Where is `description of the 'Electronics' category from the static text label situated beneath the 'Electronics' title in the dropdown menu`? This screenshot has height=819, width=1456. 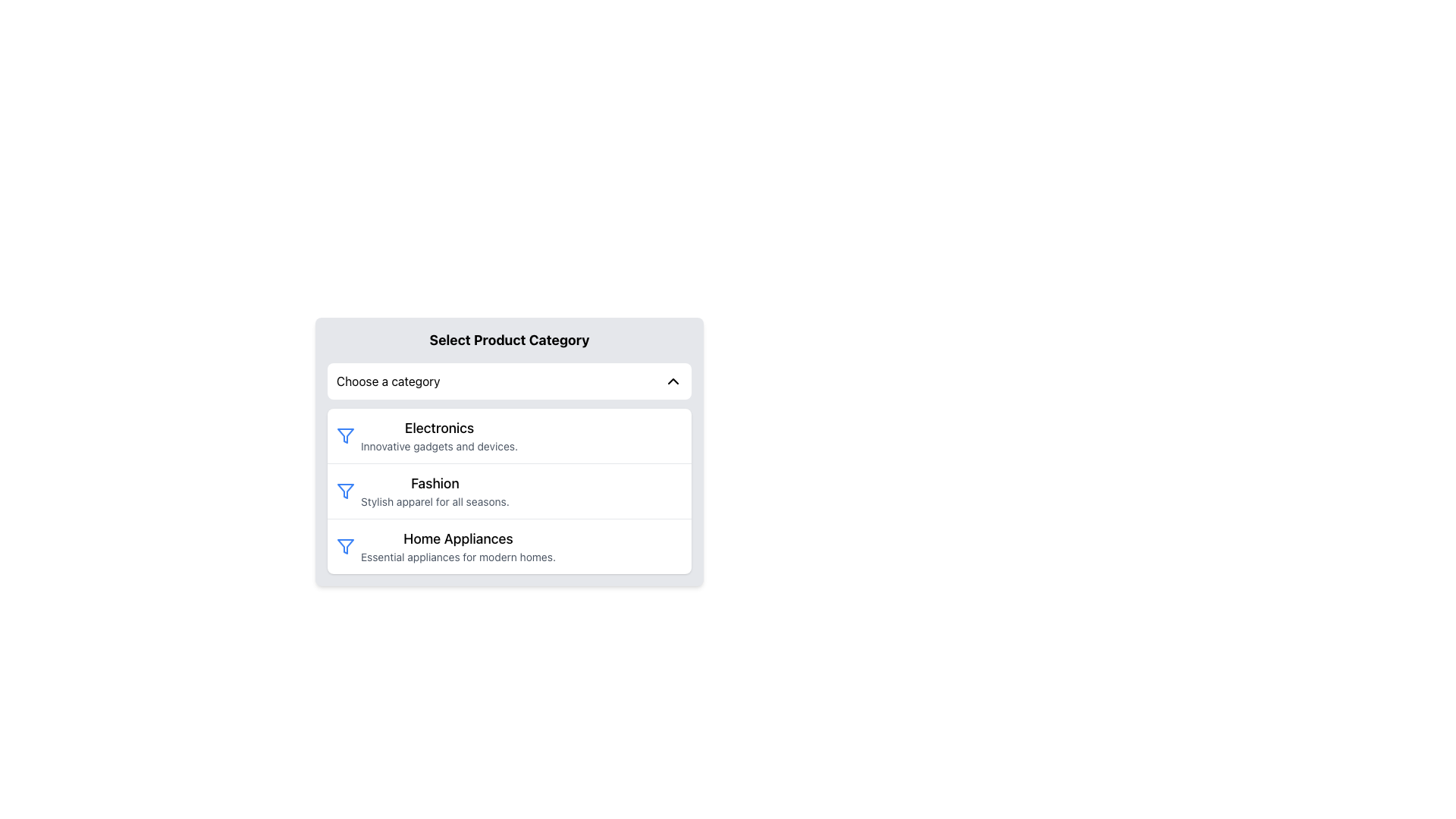
description of the 'Electronics' category from the static text label situated beneath the 'Electronics' title in the dropdown menu is located at coordinates (438, 446).